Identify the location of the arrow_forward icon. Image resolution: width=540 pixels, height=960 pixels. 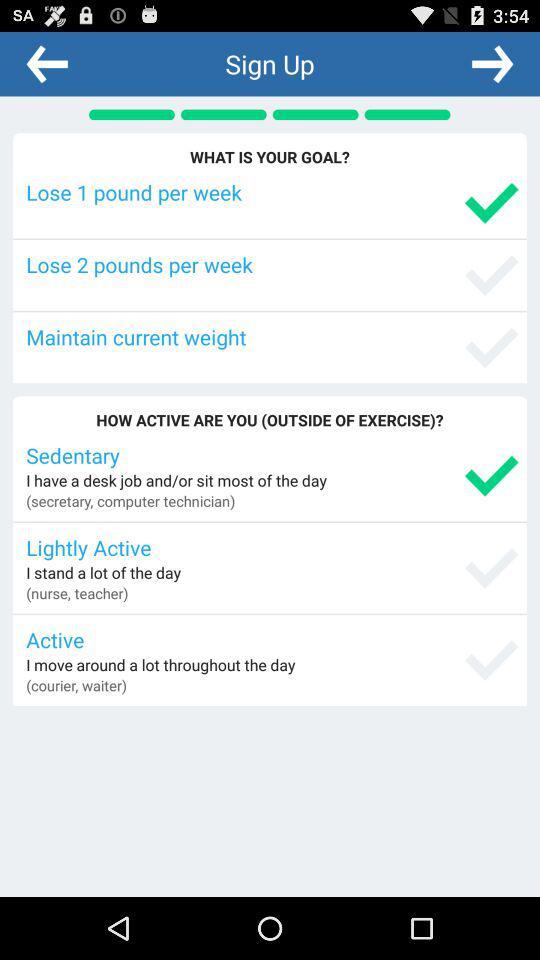
(491, 68).